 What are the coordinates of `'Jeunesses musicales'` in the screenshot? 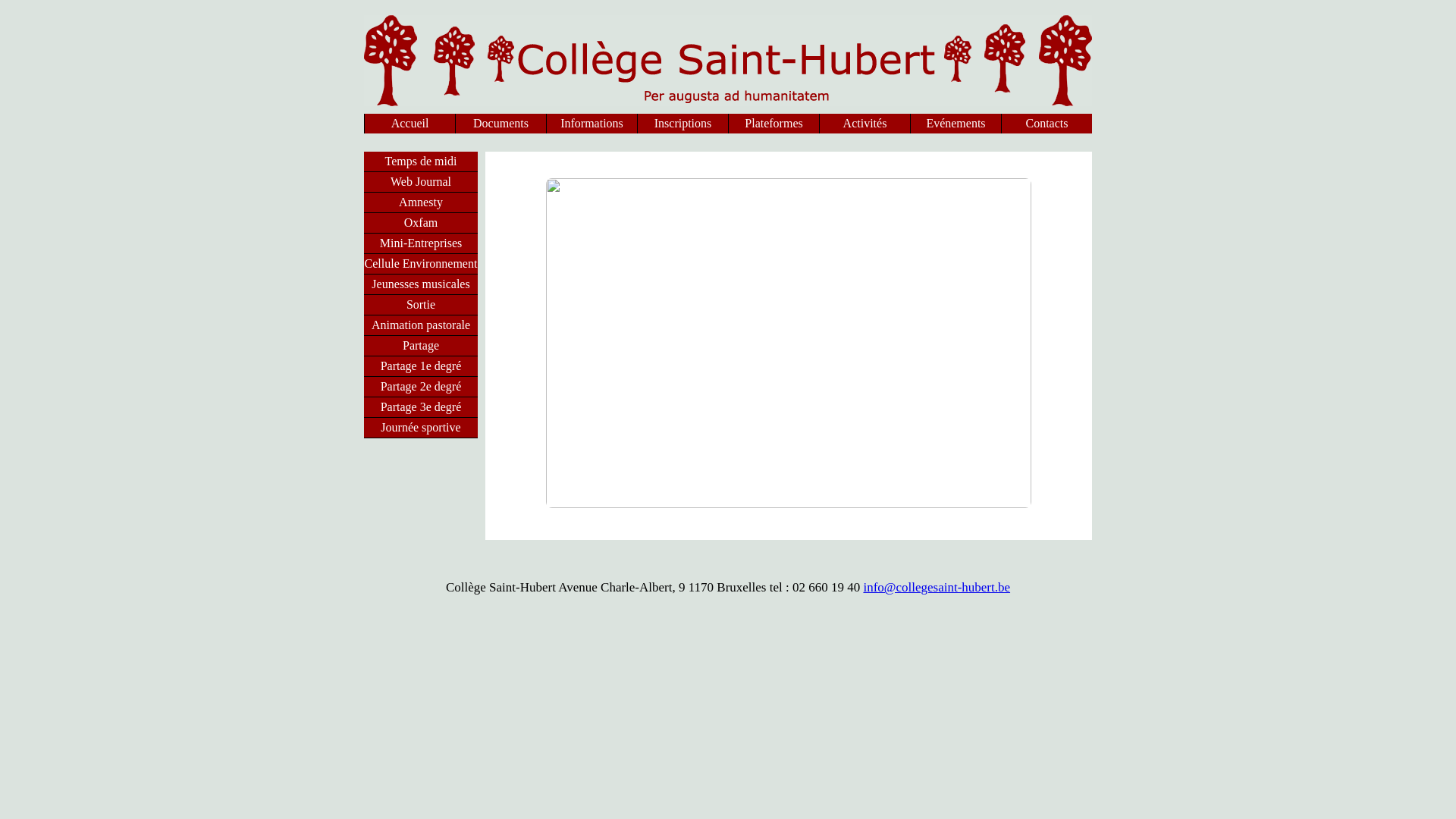 It's located at (421, 284).